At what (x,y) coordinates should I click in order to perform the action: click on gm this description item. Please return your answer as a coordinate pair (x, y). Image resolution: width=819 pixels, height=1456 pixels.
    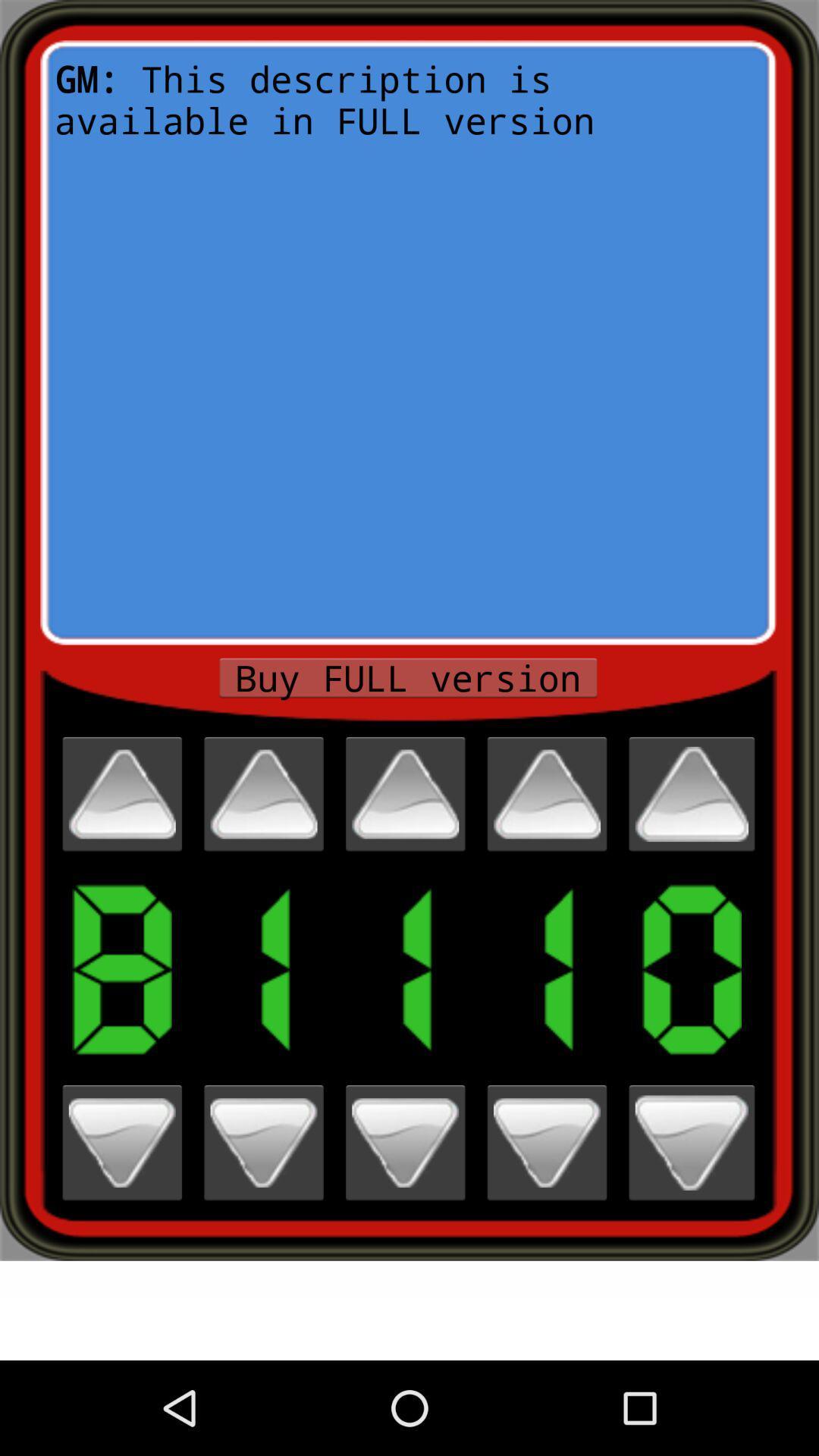
    Looking at the image, I should click on (407, 341).